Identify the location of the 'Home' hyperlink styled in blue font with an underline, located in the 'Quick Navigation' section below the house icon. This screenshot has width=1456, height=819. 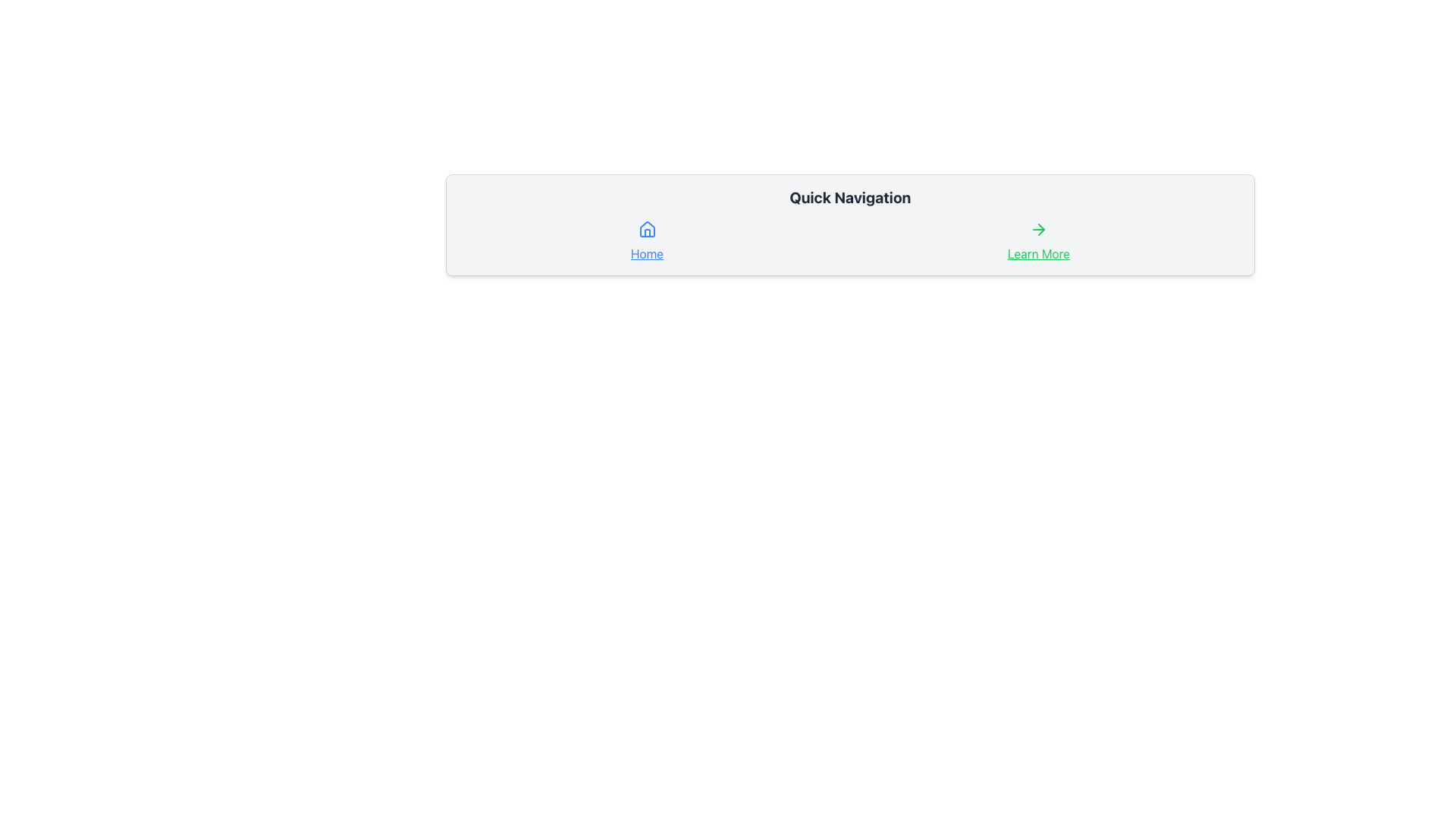
(647, 253).